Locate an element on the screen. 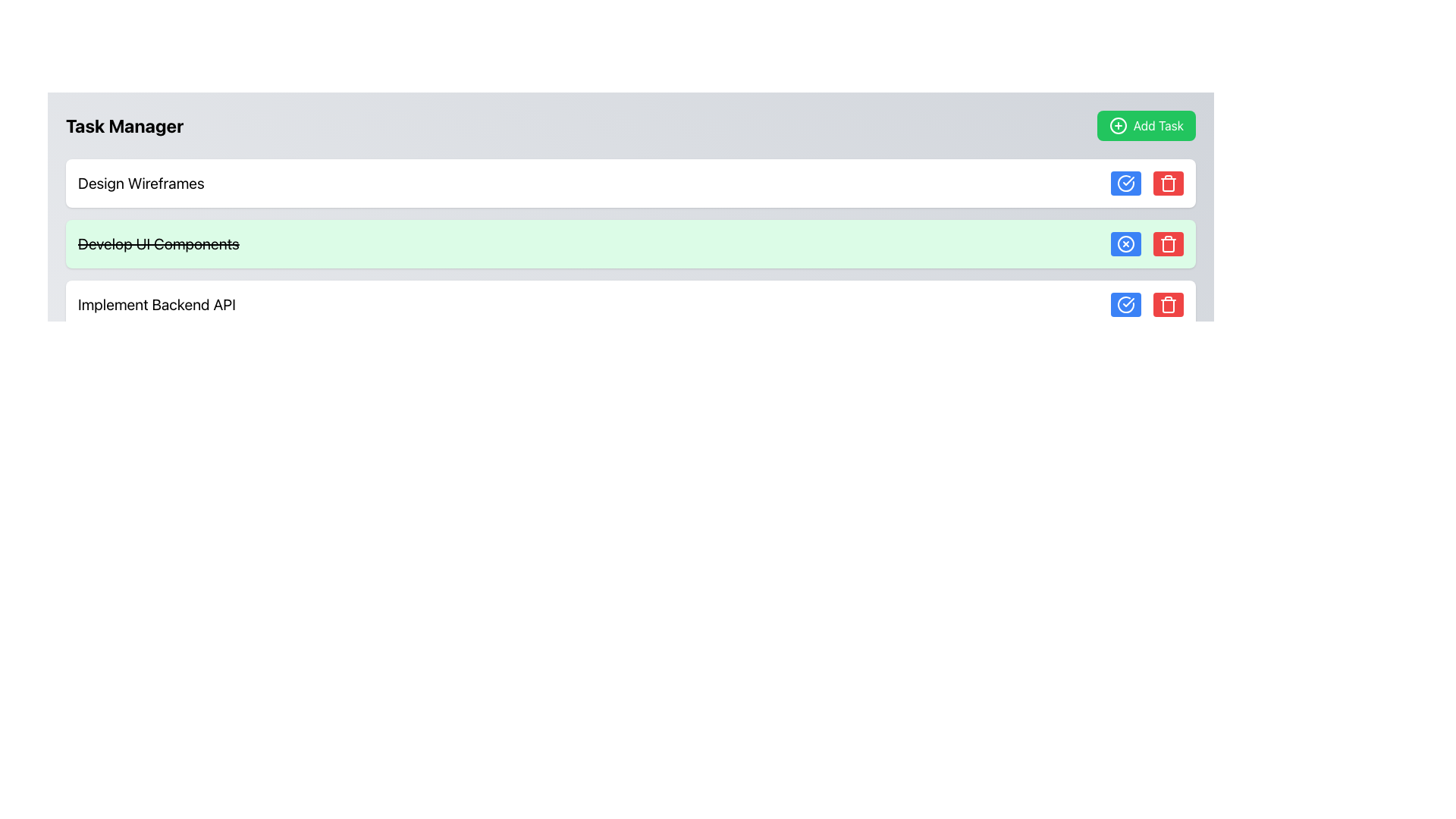 Image resolution: width=1456 pixels, height=819 pixels. the red delete button with a trash can icon located in the rightmost section of the task item row is located at coordinates (1167, 243).